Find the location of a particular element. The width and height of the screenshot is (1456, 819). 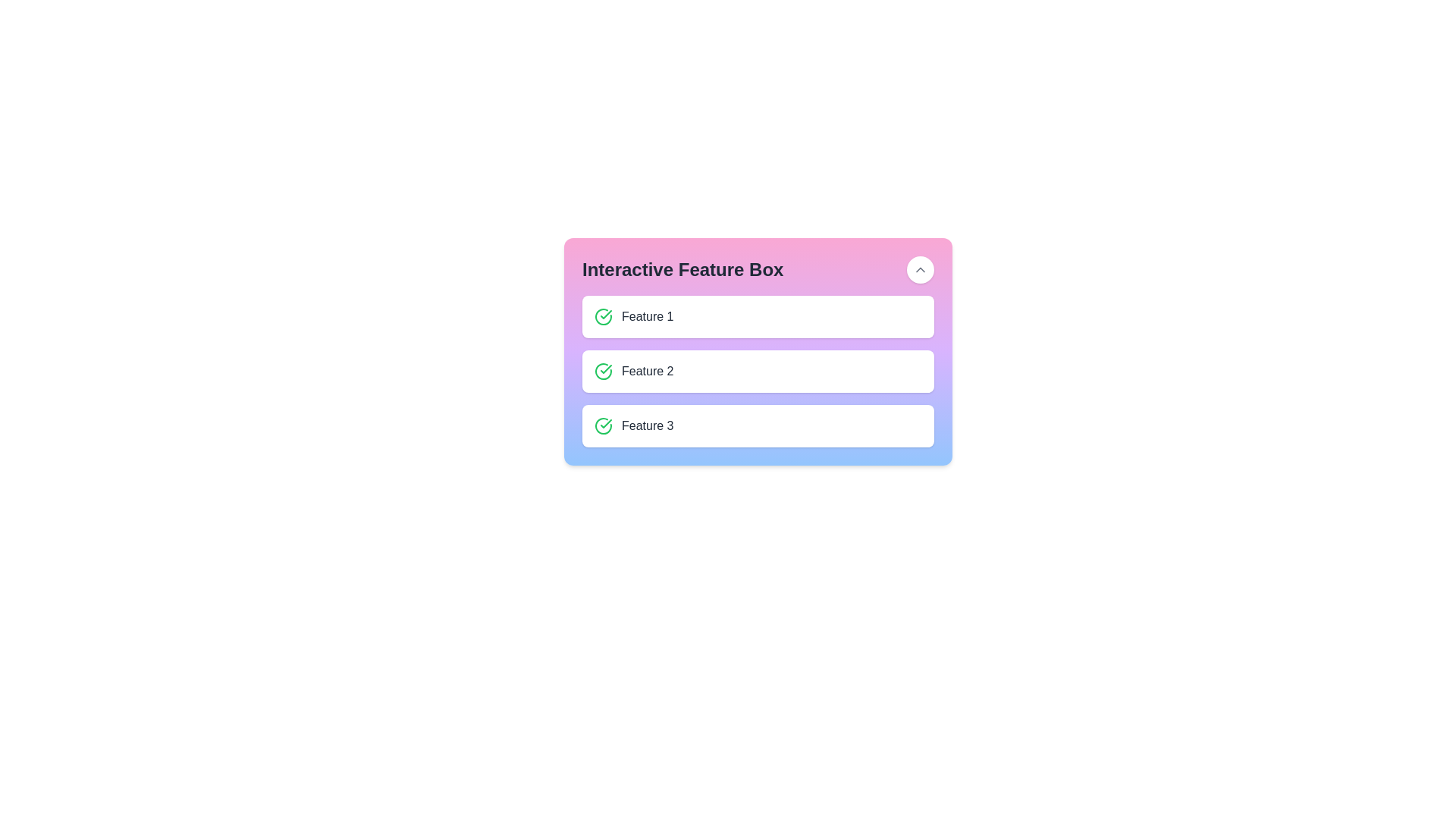

the text label displaying 'Feature 1' which is located to the right of a green checkmark icon in the 'Interactive Feature Box' is located at coordinates (648, 315).